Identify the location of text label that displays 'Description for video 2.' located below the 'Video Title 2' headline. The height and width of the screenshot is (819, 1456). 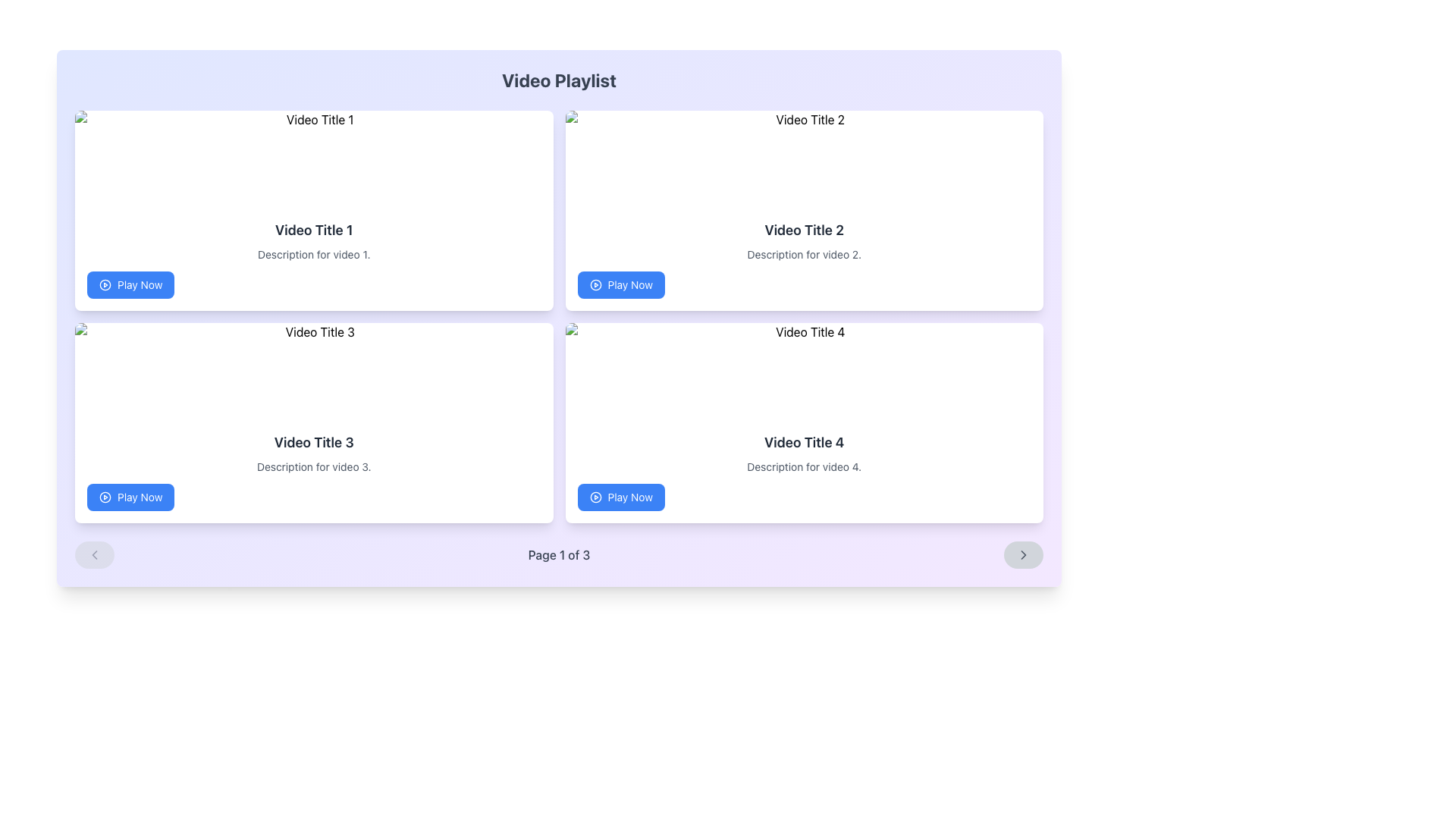
(803, 253).